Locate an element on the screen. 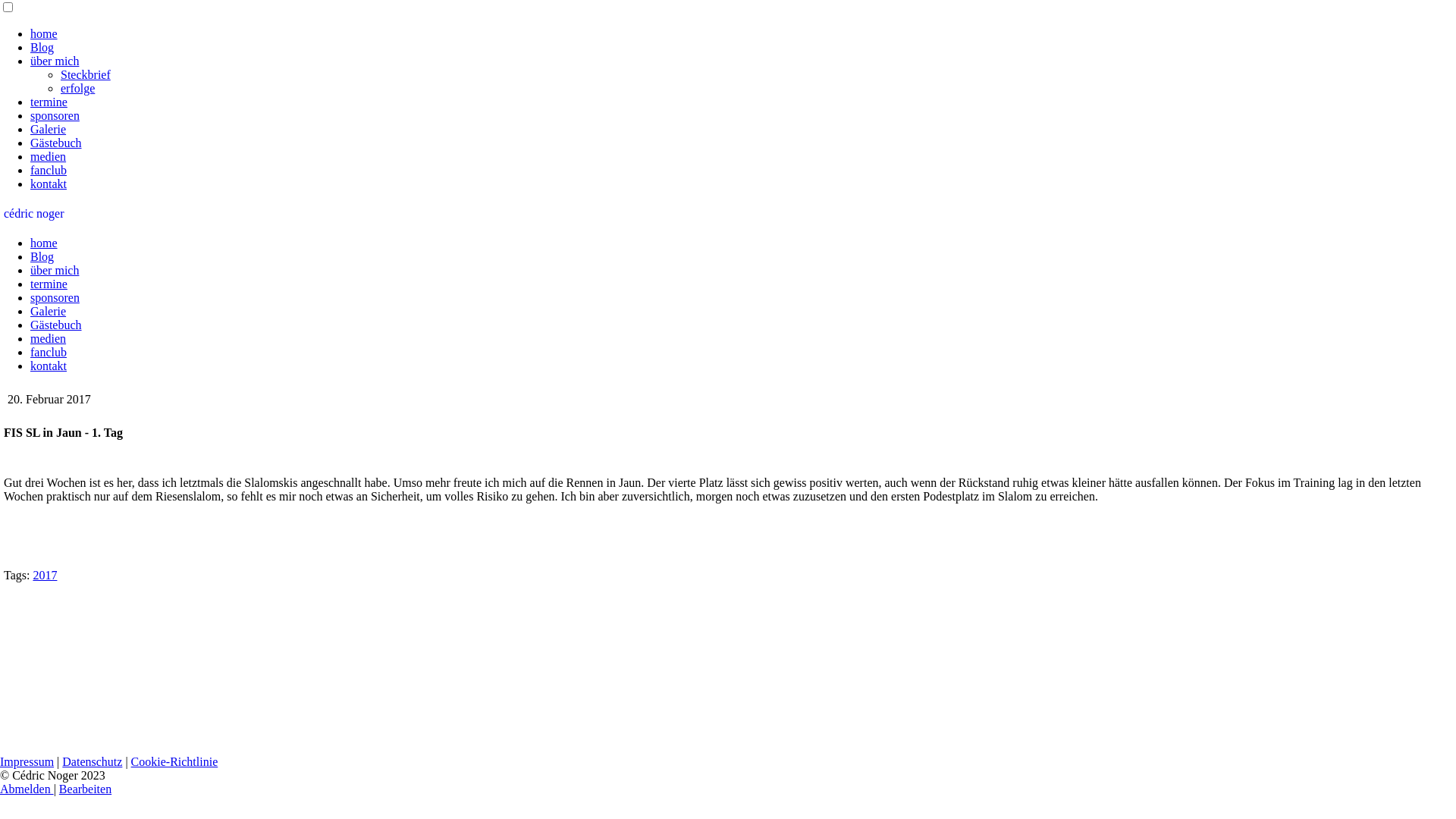 This screenshot has width=1456, height=819. 'Blog' is located at coordinates (42, 256).